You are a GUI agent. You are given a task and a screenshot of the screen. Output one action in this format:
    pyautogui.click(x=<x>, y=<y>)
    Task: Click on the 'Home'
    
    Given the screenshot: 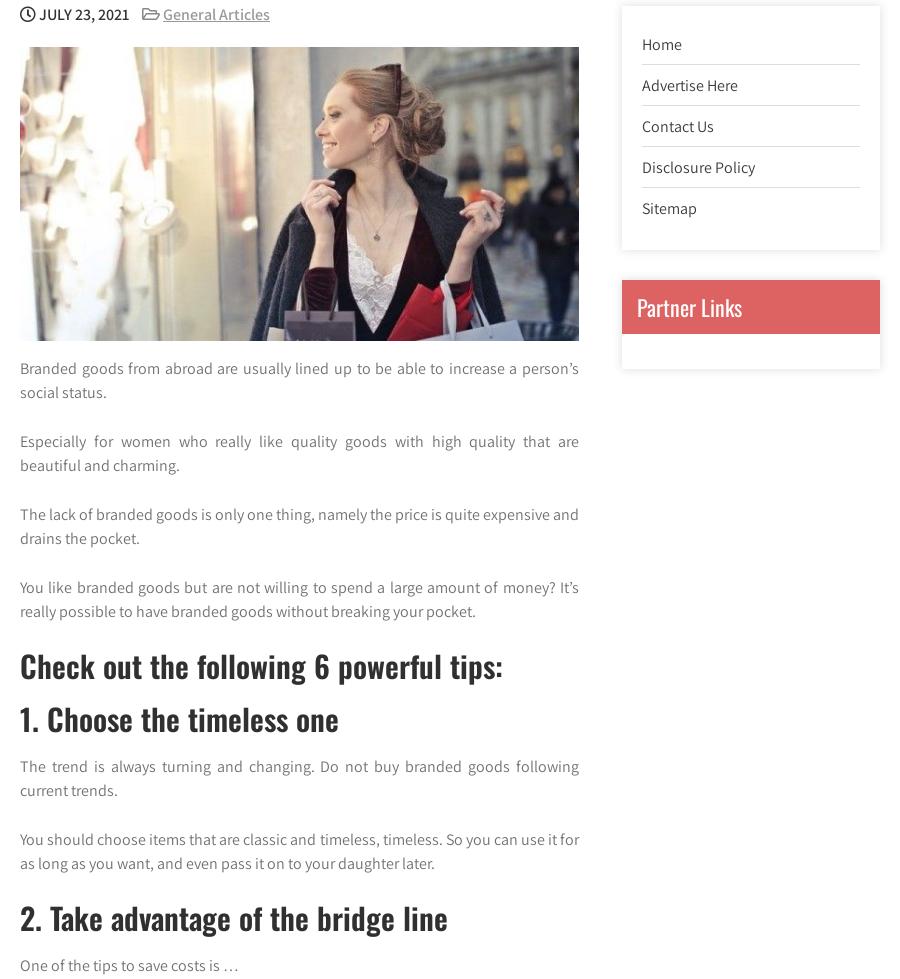 What is the action you would take?
    pyautogui.click(x=662, y=43)
    